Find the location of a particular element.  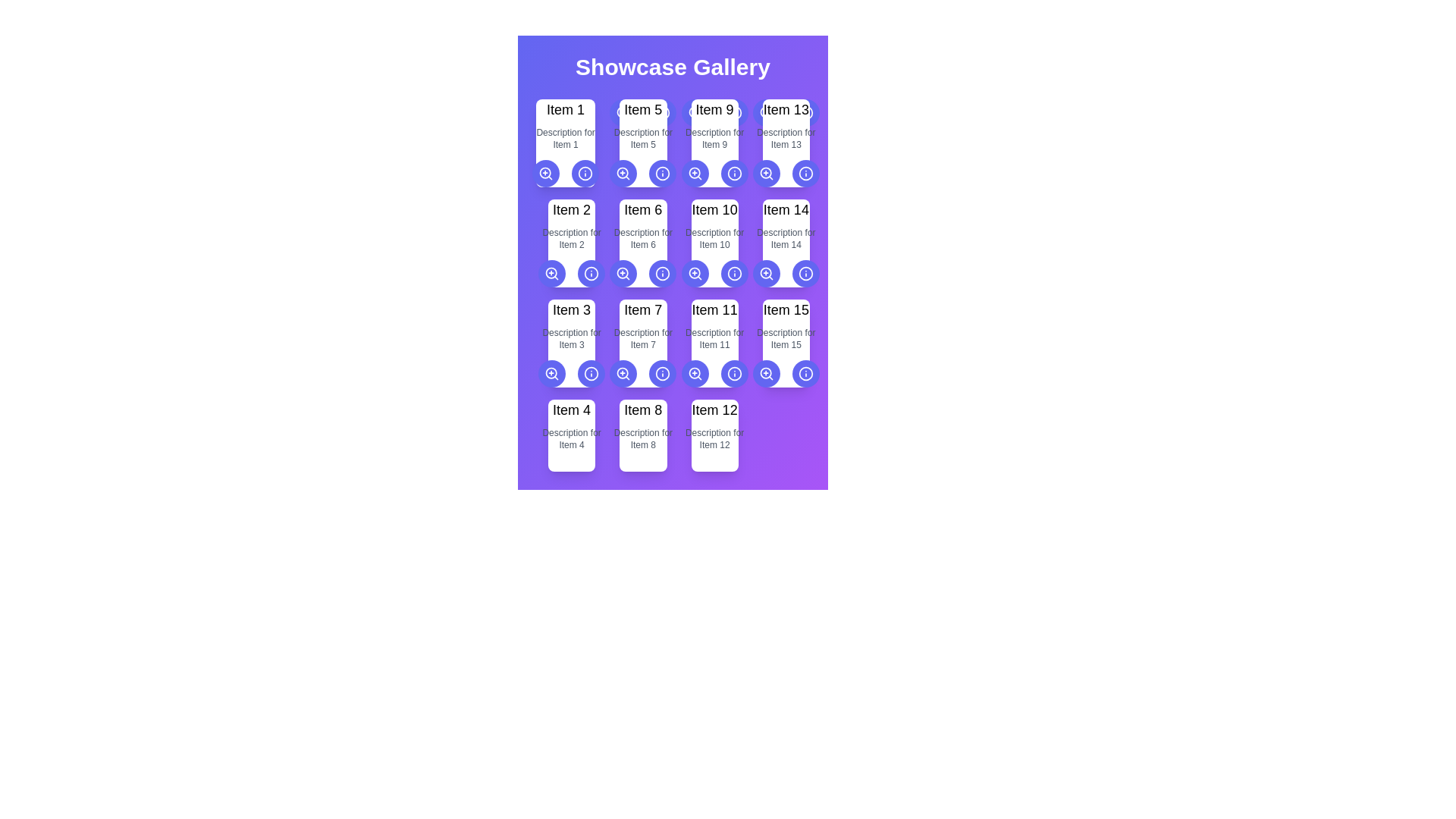

the decorative SVG circle element that indicates interaction status, located centrally within the 20x20 pixel graphic under 'Item 5' is located at coordinates (623, 111).